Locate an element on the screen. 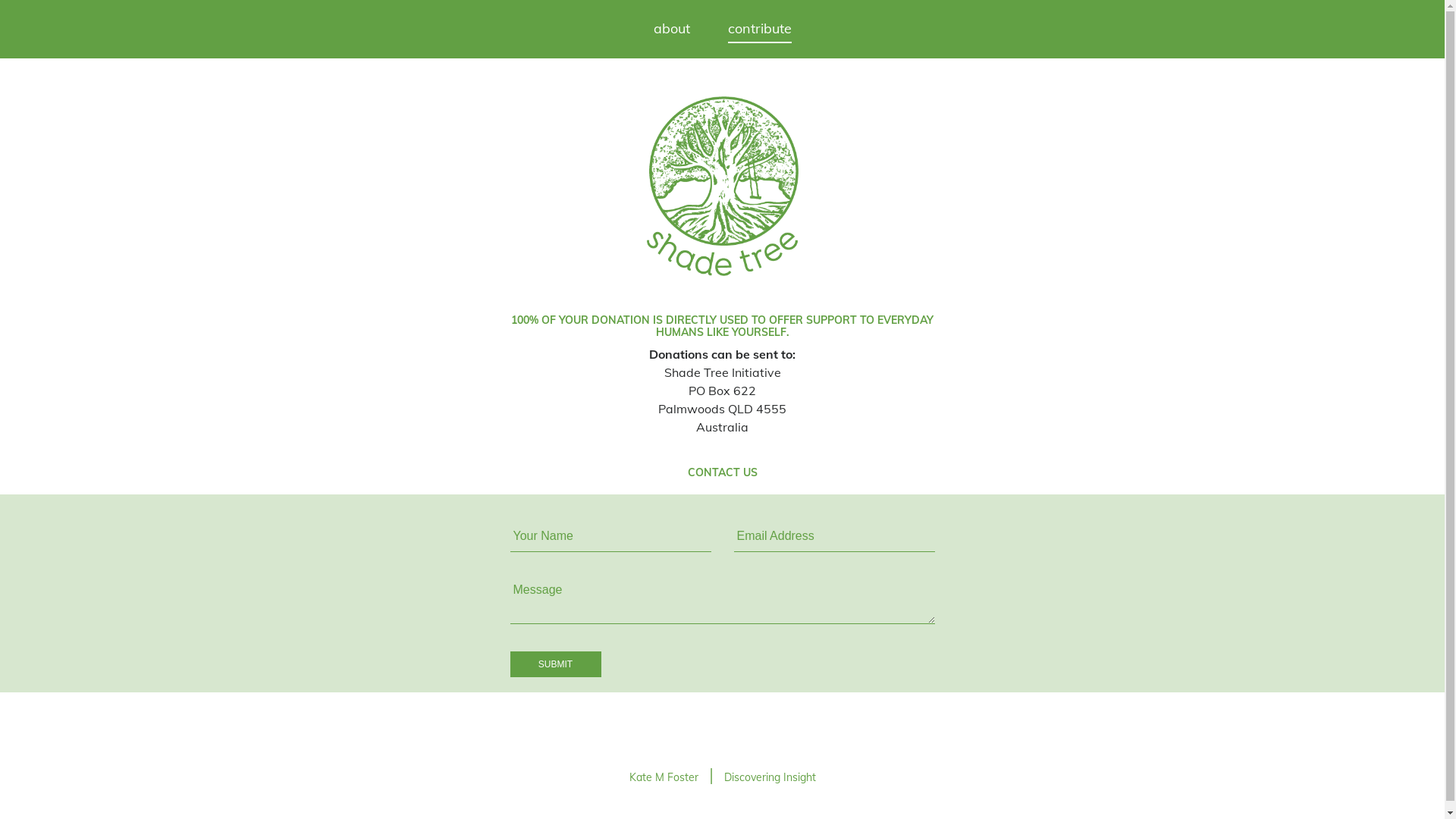 This screenshot has width=1456, height=819. 'Discovering Insight' is located at coordinates (723, 777).